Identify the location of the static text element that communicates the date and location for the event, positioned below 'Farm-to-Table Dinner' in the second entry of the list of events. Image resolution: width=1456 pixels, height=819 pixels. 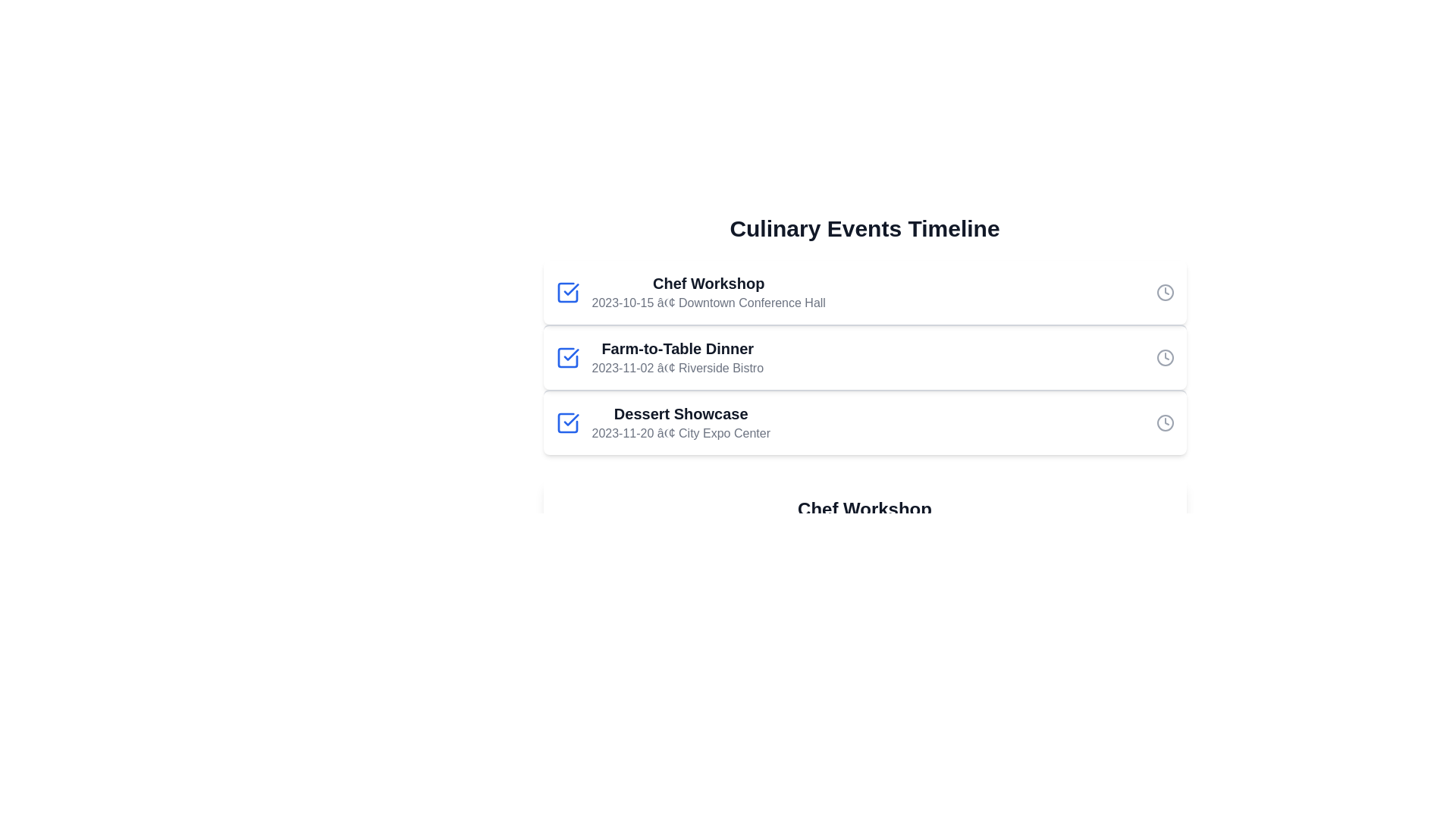
(676, 369).